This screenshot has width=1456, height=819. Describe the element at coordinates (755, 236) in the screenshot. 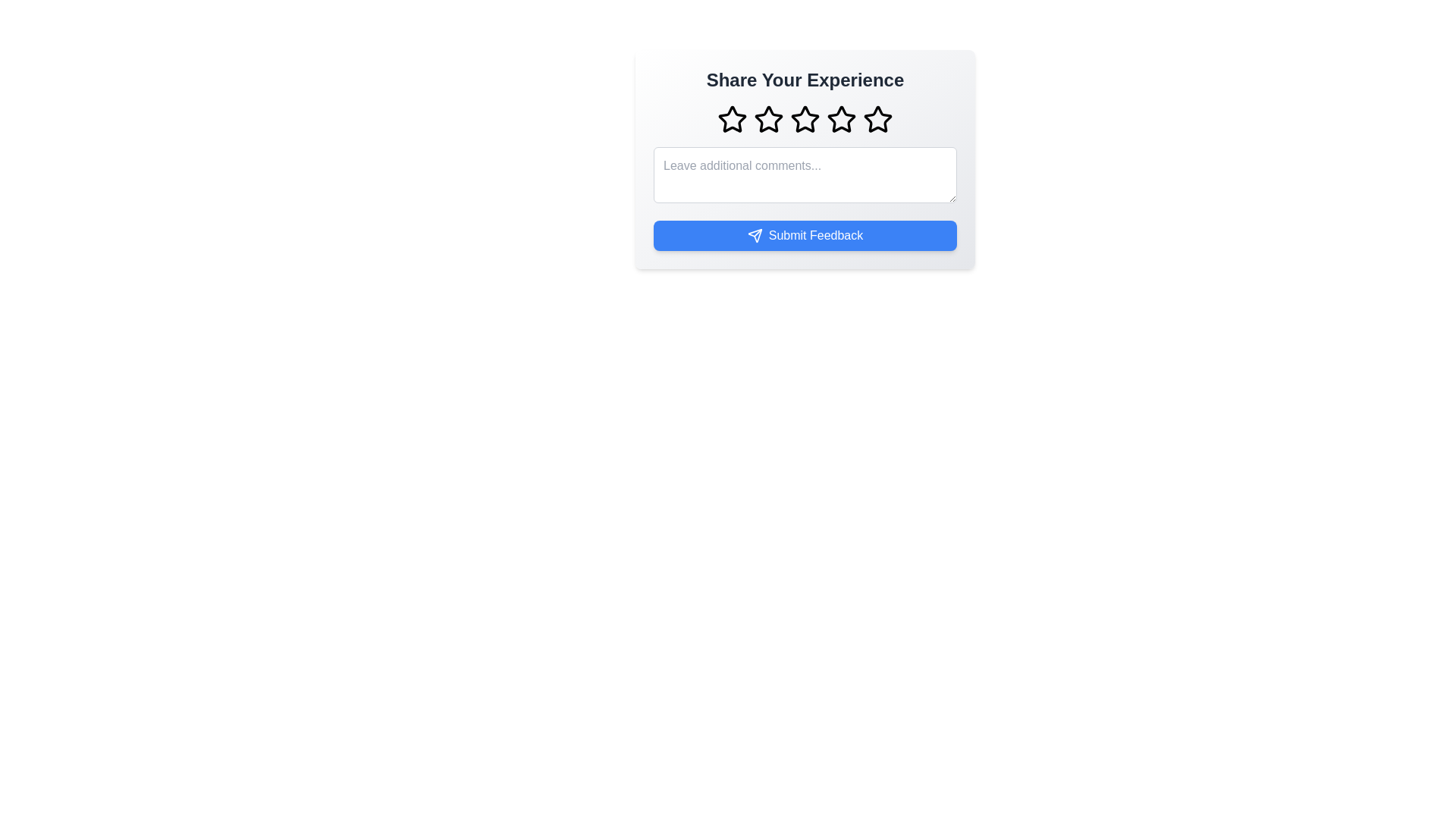

I see `the feedback submission icon located to the left of the 'Submit Feedback' text label in the button group` at that location.